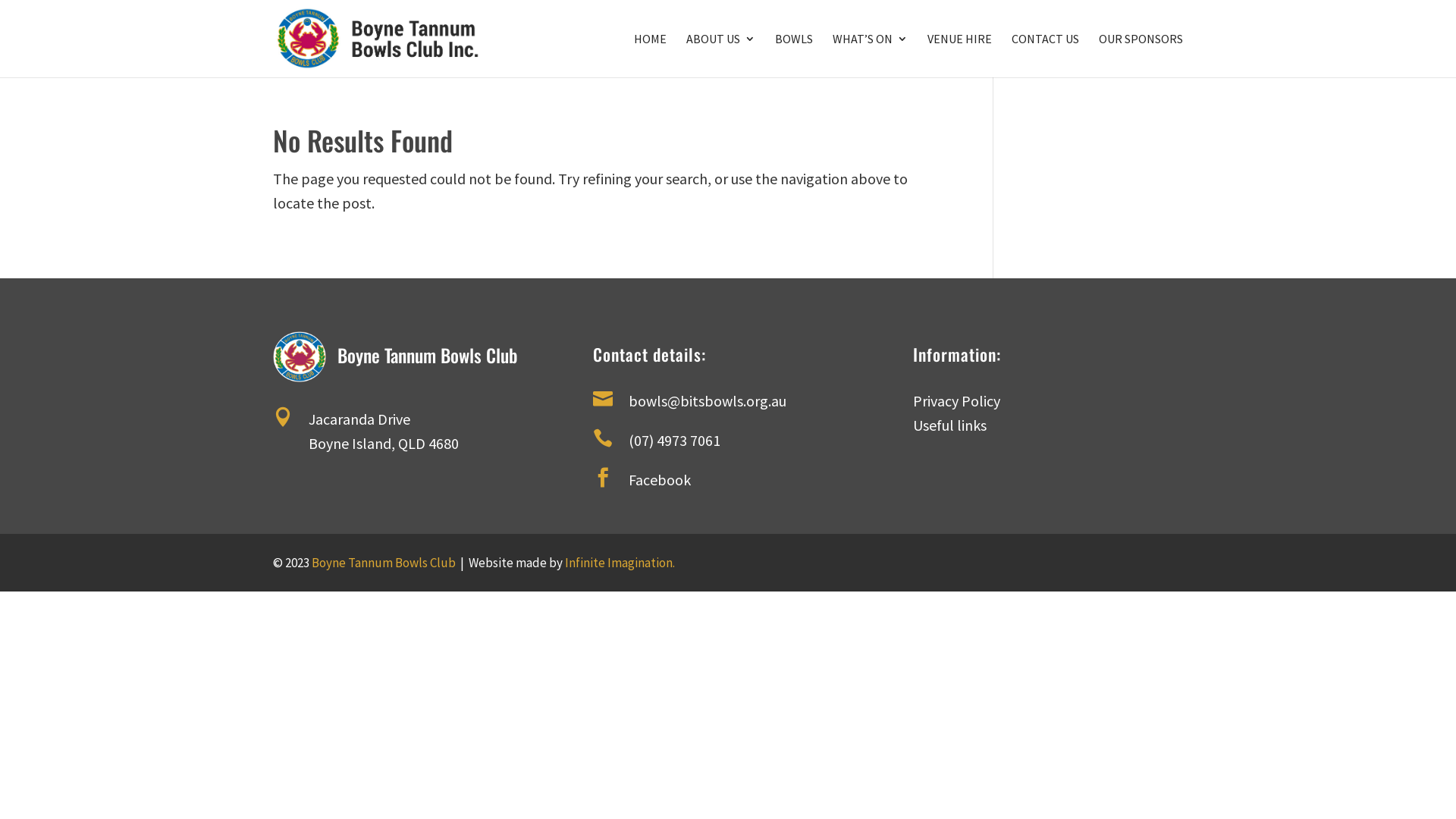 This screenshot has height=819, width=1456. What do you see at coordinates (633, 55) in the screenshot?
I see `'HOME'` at bounding box center [633, 55].